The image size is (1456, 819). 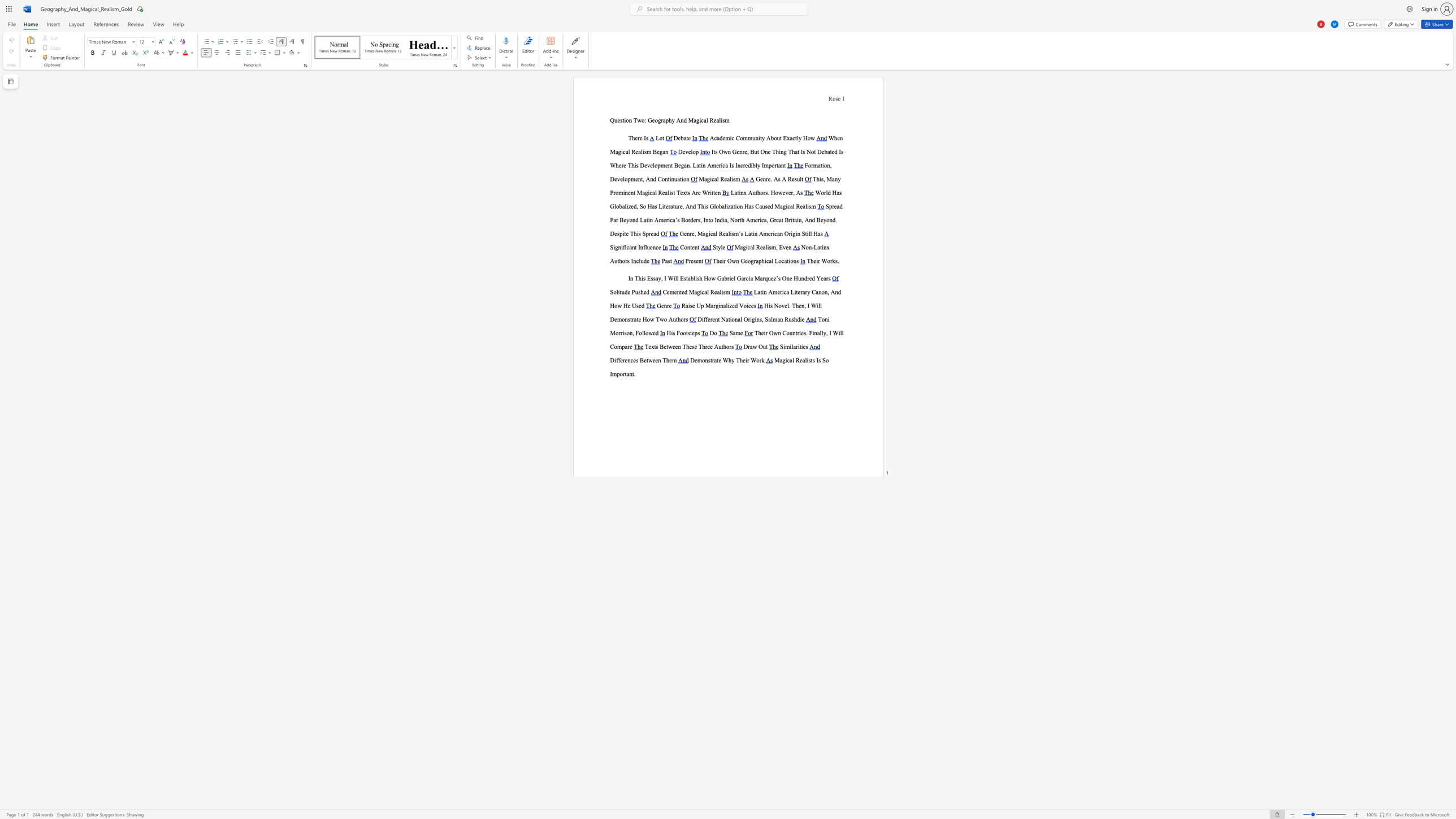 What do you see at coordinates (635, 179) in the screenshot?
I see `the subset text "ent" within the text "Formation, Development, And Continuation"` at bounding box center [635, 179].